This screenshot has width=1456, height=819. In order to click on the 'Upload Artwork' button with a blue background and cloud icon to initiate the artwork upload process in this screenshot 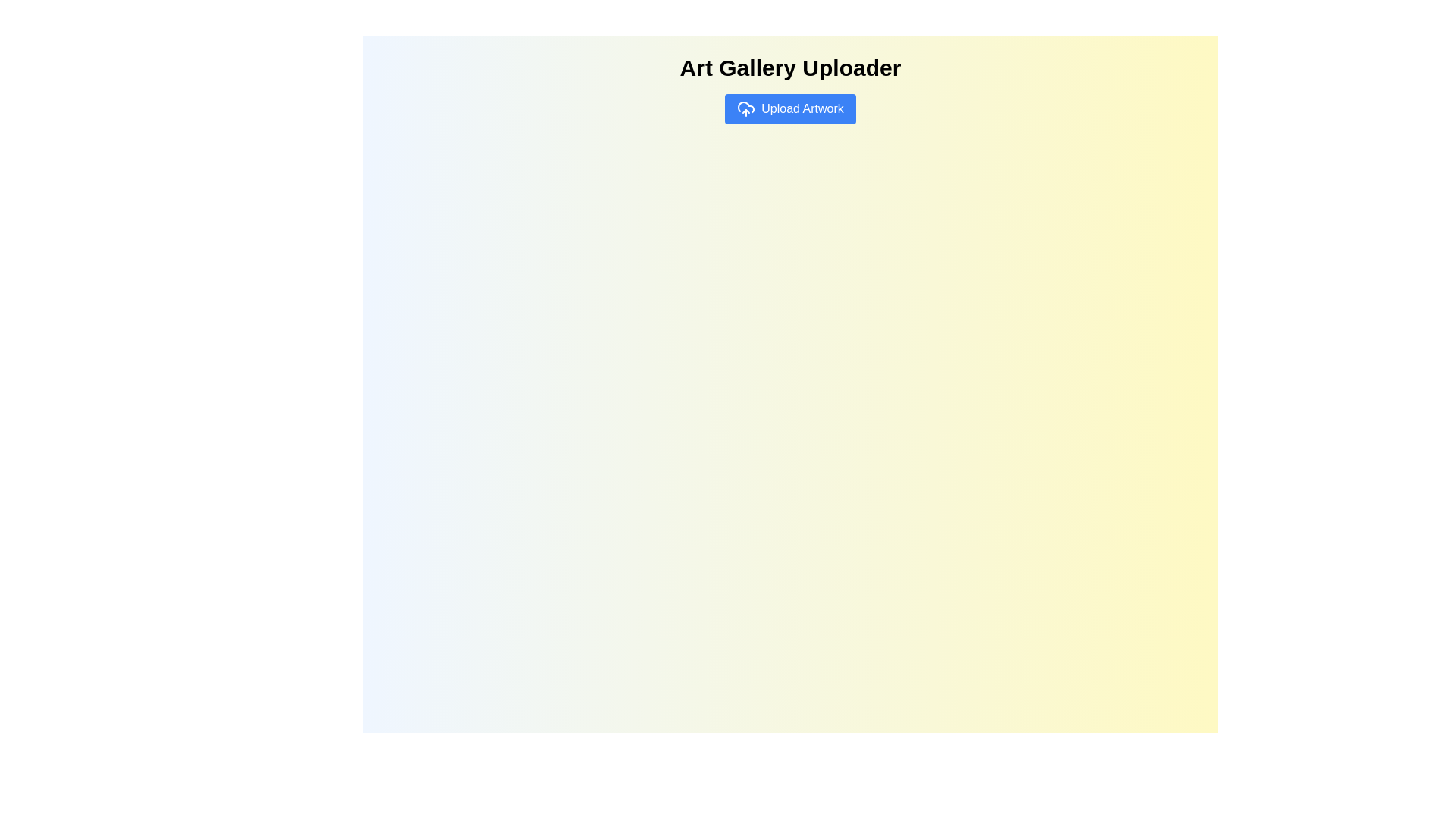, I will do `click(789, 108)`.